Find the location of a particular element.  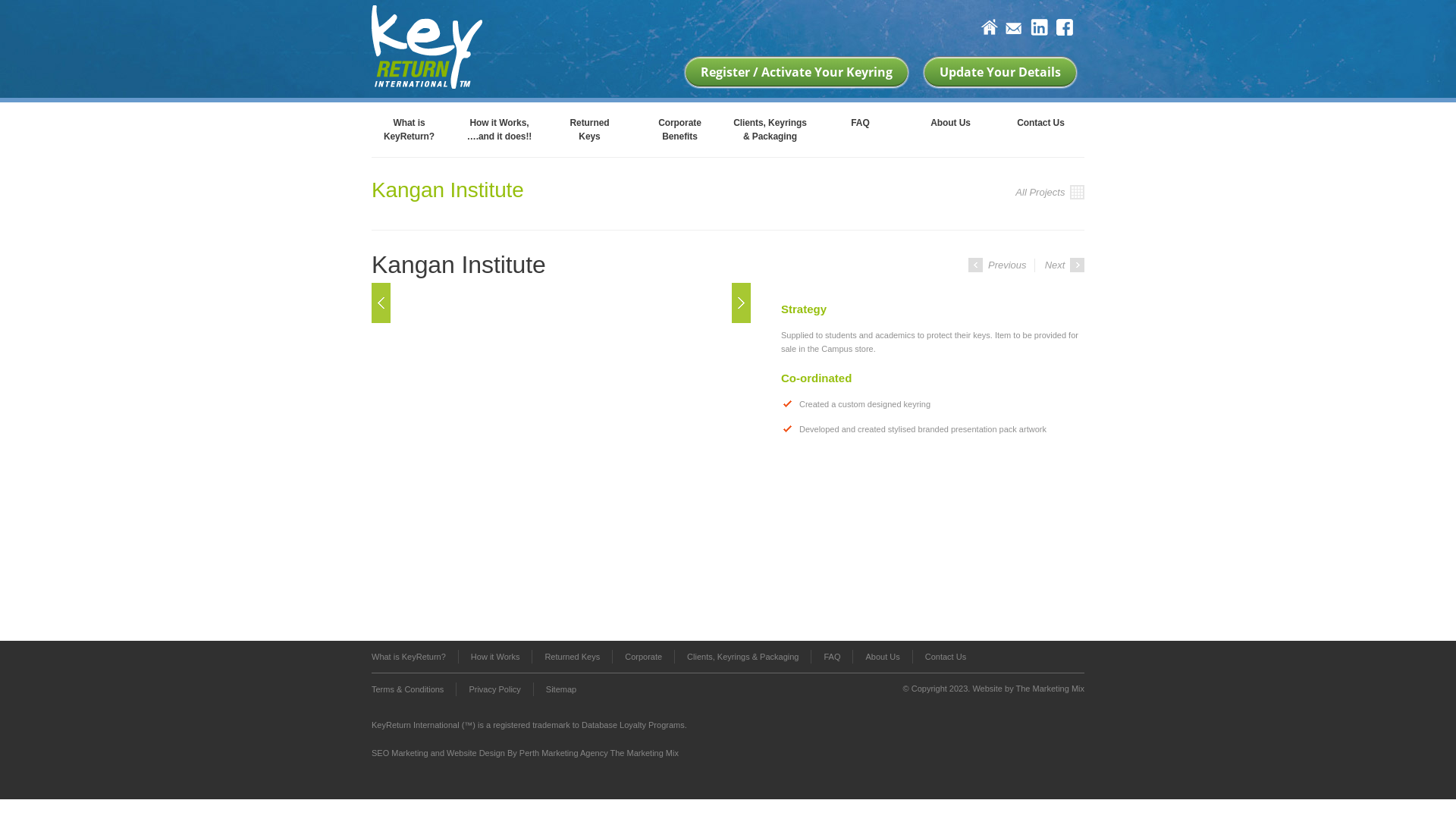

'Corporate is located at coordinates (634, 127).